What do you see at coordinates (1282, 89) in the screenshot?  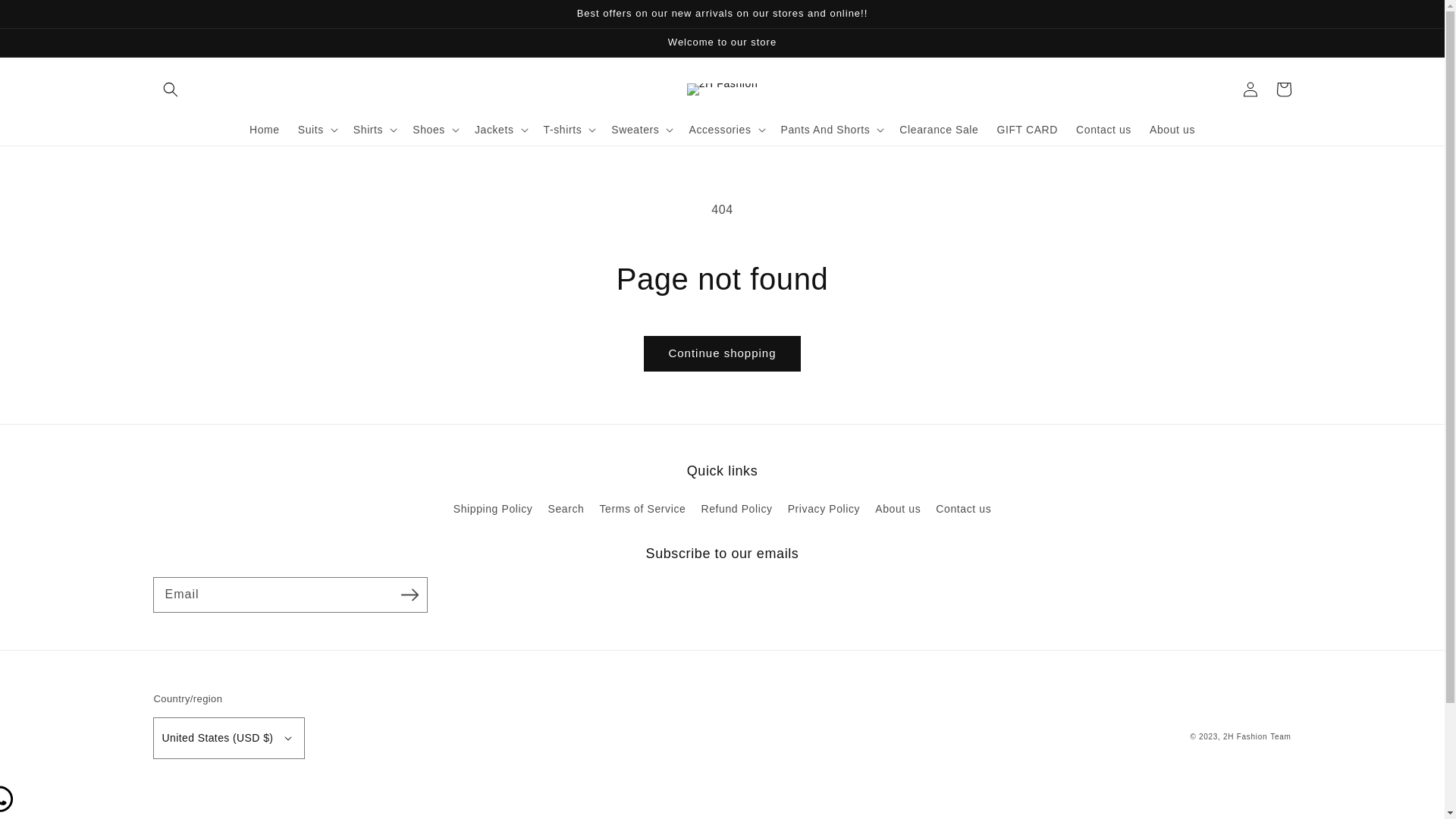 I see `'Cart'` at bounding box center [1282, 89].